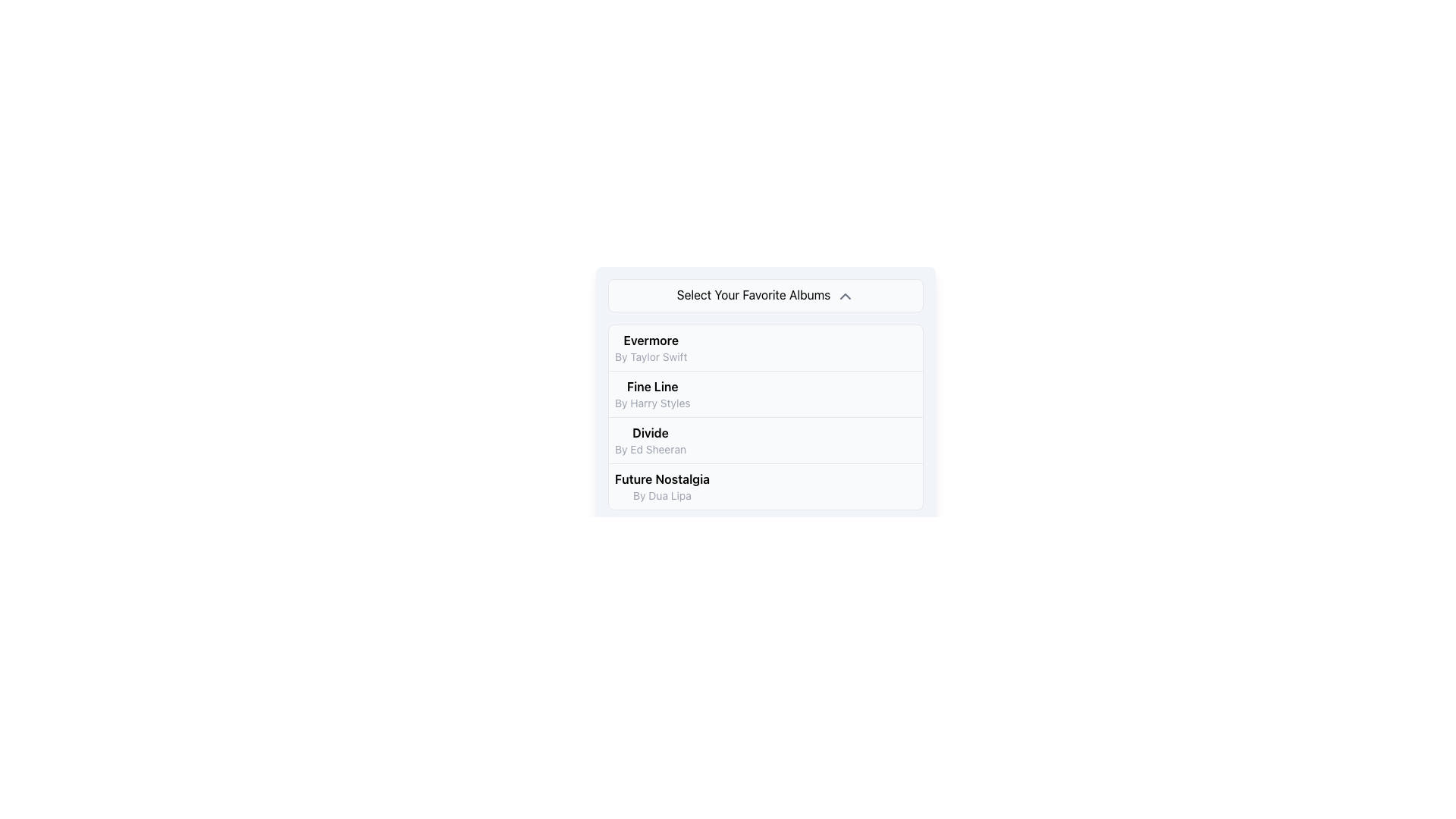 The width and height of the screenshot is (1456, 819). What do you see at coordinates (651, 339) in the screenshot?
I see `the text label for the album 'Evermore', which is centrally aligned in the list of album titles and positioned above the subtitle 'By Taylor Swift'` at bounding box center [651, 339].